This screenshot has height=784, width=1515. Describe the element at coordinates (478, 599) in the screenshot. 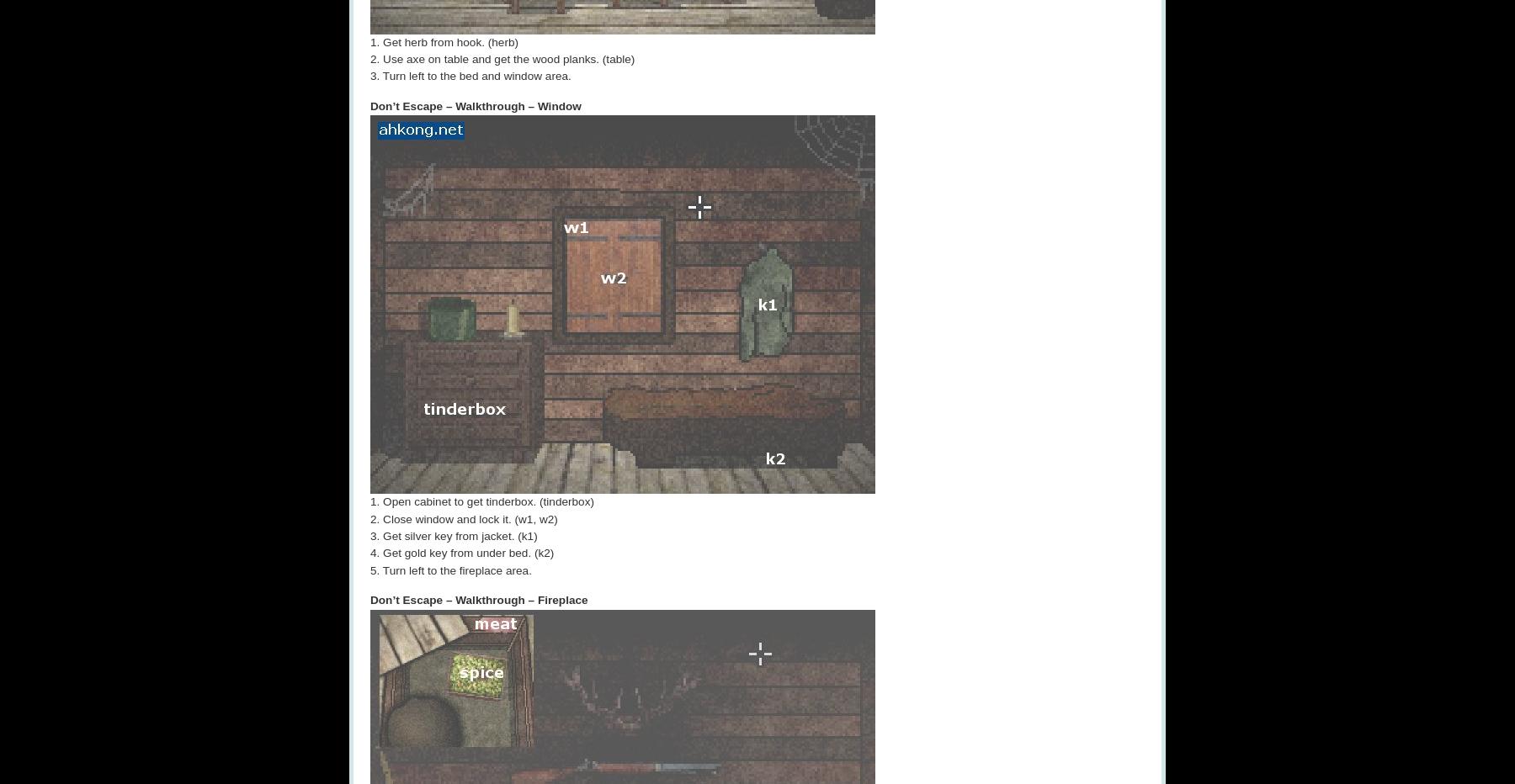

I see `'Don’t Escape – Walkthrough – Fireplace'` at that location.